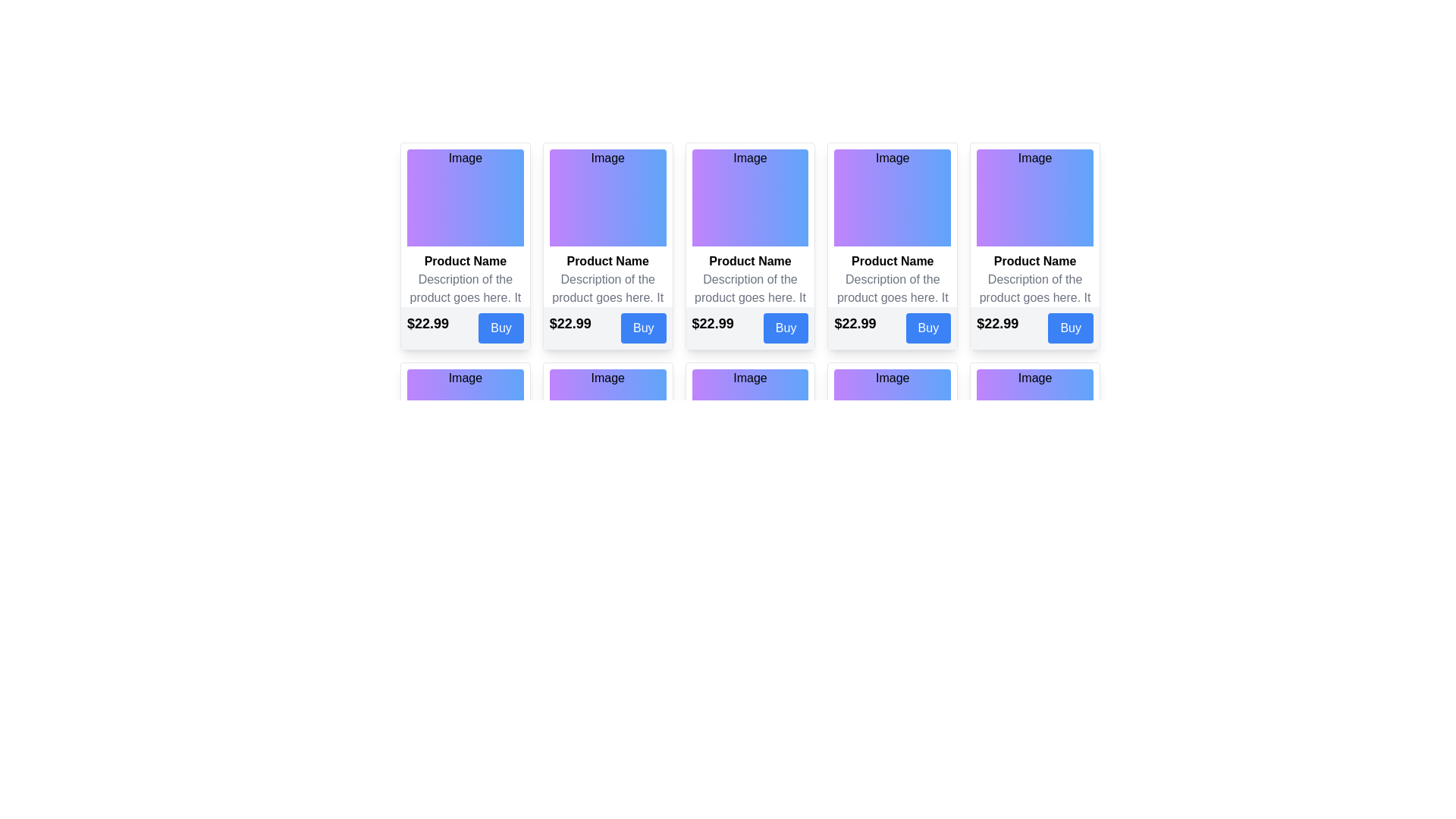 This screenshot has width=1456, height=819. Describe the element at coordinates (607, 245) in the screenshot. I see `product description from the Product Card, which is the second card from the left in the first row of the grid layout` at that location.